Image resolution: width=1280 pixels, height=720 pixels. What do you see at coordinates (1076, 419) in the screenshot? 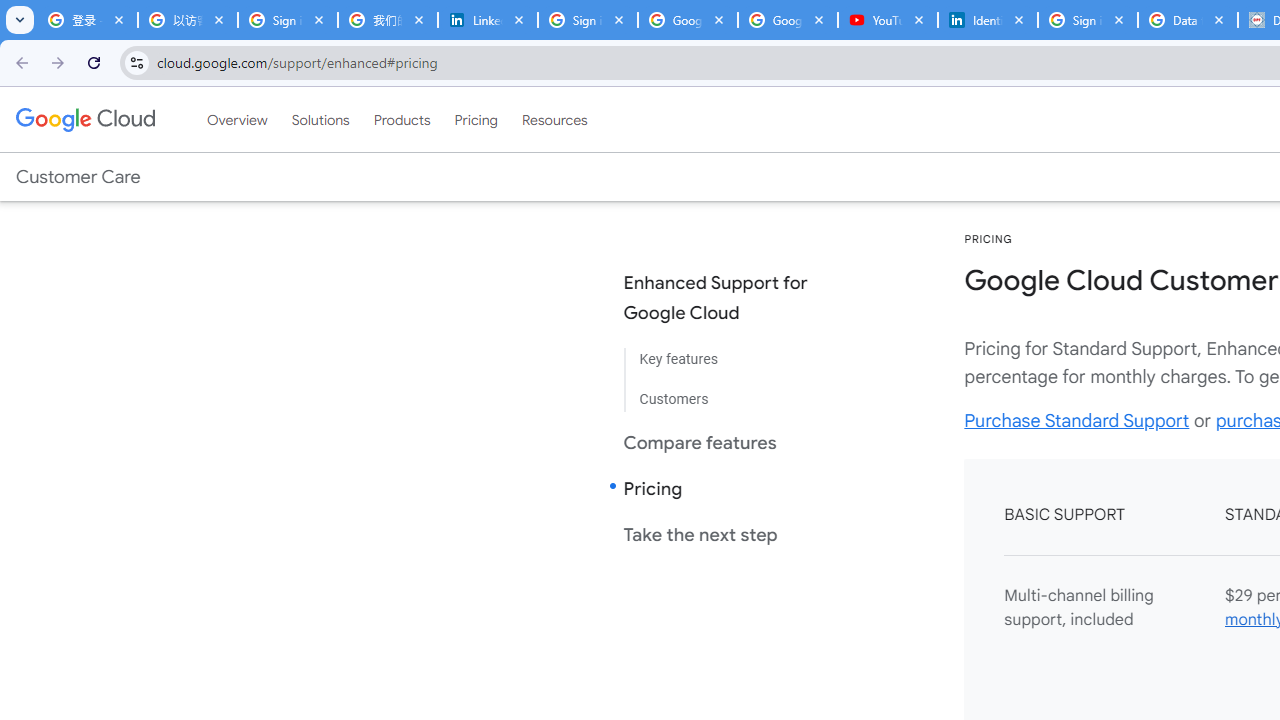
I see `'Purchase Standard Support'` at bounding box center [1076, 419].